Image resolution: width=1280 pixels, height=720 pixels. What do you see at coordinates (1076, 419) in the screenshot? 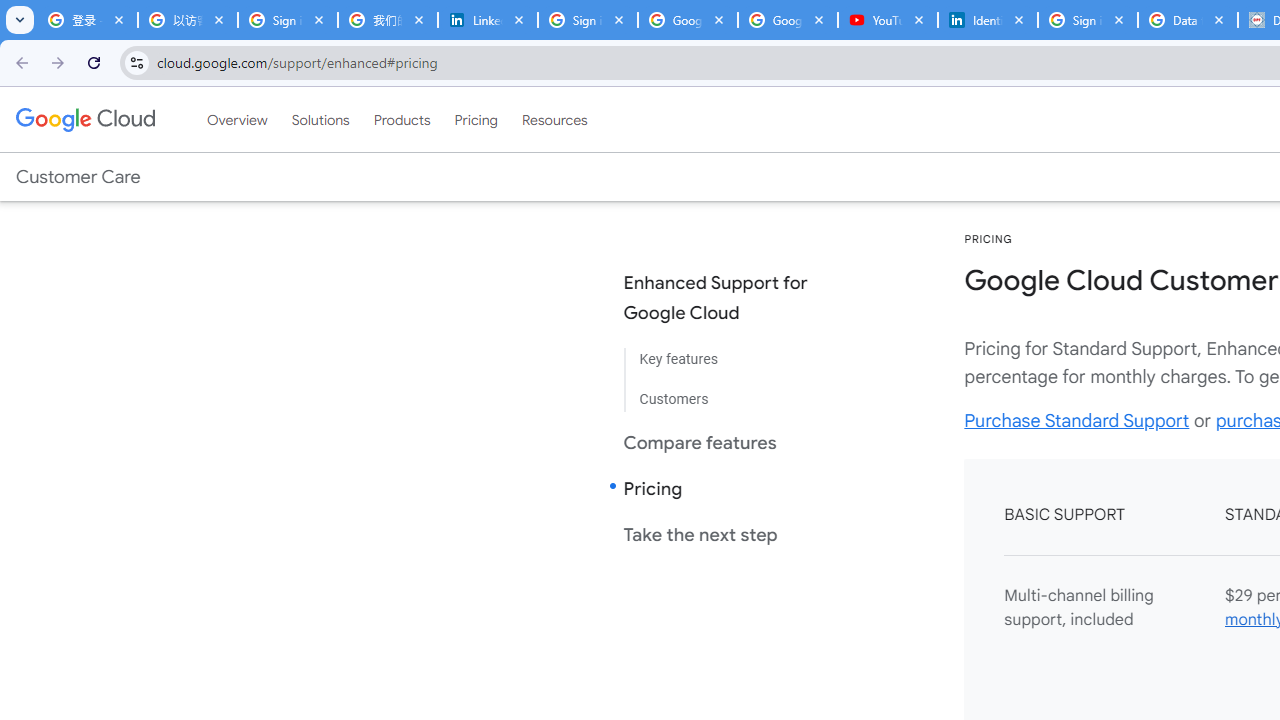
I see `'Purchase Standard Support'` at bounding box center [1076, 419].